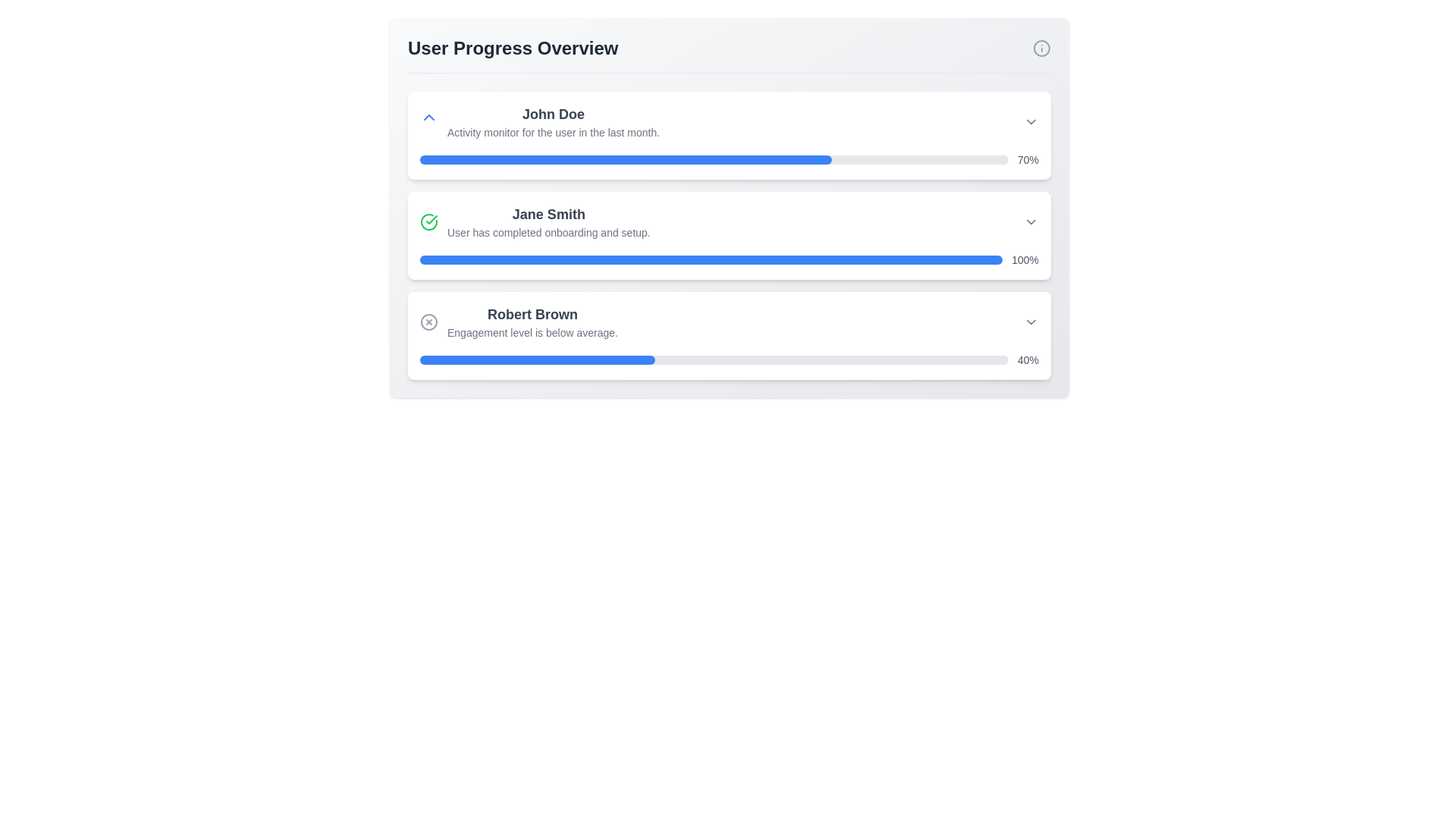  Describe the element at coordinates (428, 321) in the screenshot. I see `the gray circular icon with an 'X' next to the text 'Robert Brown' in the third row of user statuses` at that location.